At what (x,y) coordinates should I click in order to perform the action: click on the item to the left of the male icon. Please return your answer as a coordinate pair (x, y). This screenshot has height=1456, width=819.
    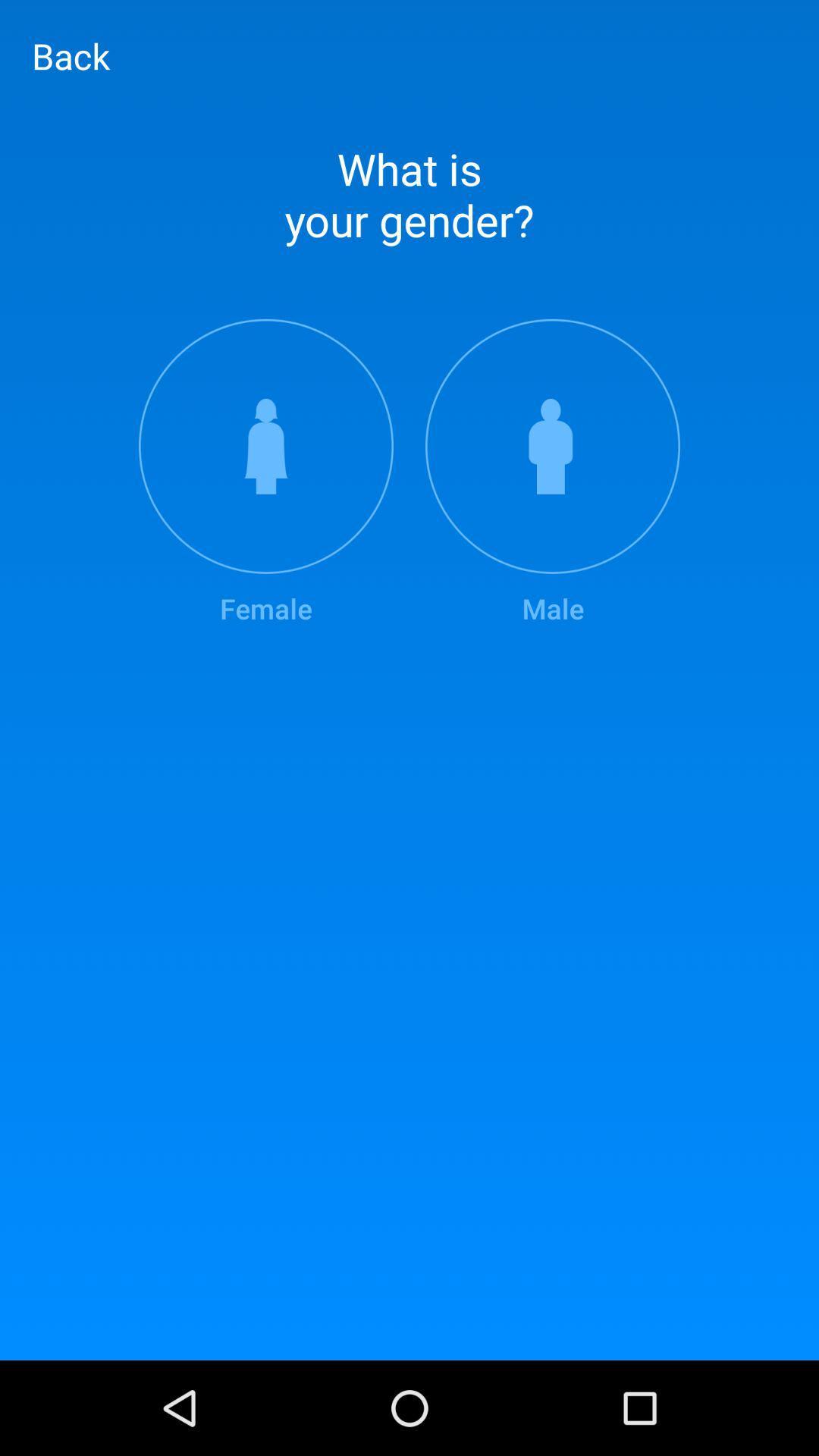
    Looking at the image, I should click on (265, 472).